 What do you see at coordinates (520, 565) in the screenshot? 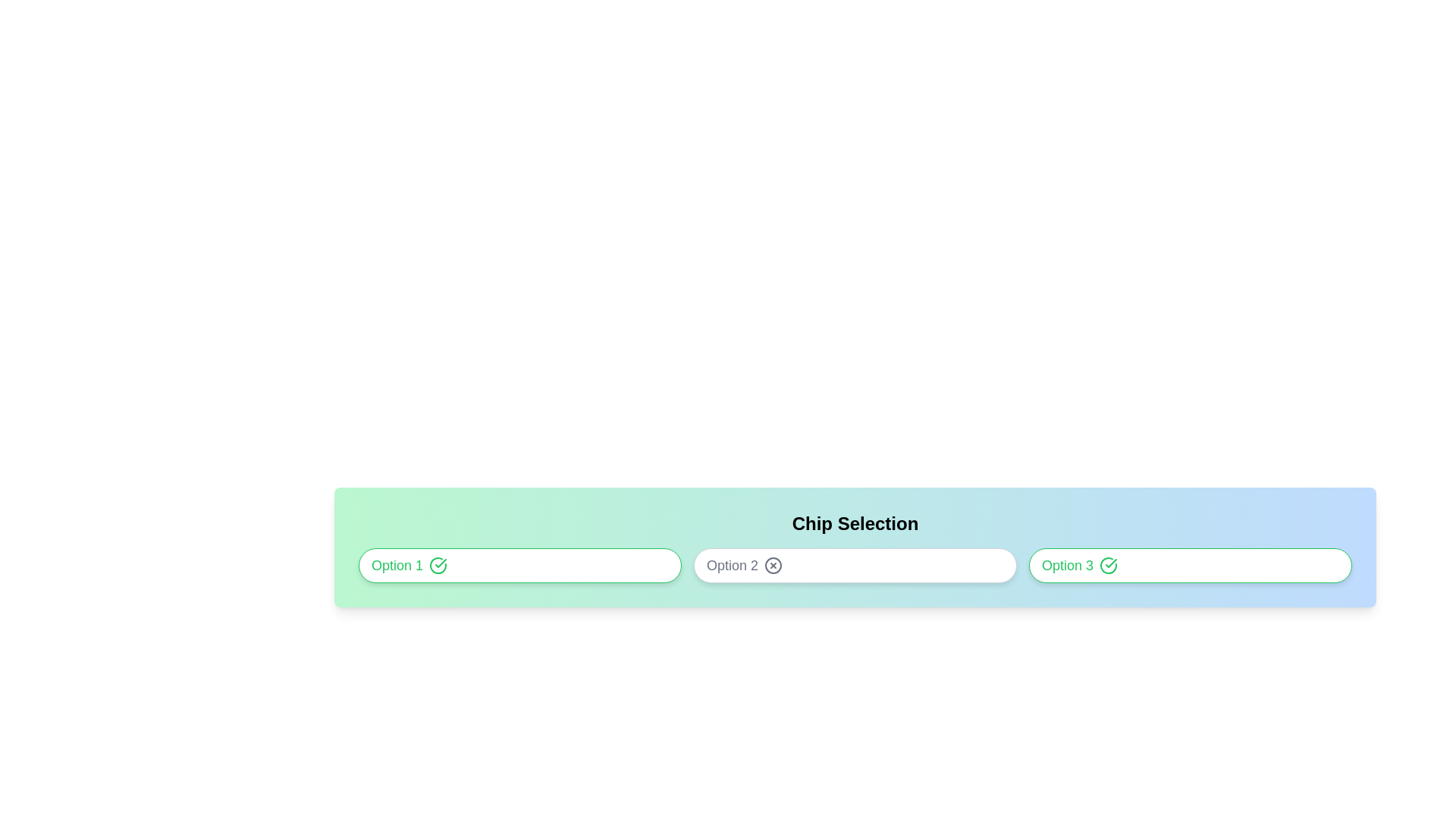
I see `the chip labeled Option 1 to toggle its active state` at bounding box center [520, 565].